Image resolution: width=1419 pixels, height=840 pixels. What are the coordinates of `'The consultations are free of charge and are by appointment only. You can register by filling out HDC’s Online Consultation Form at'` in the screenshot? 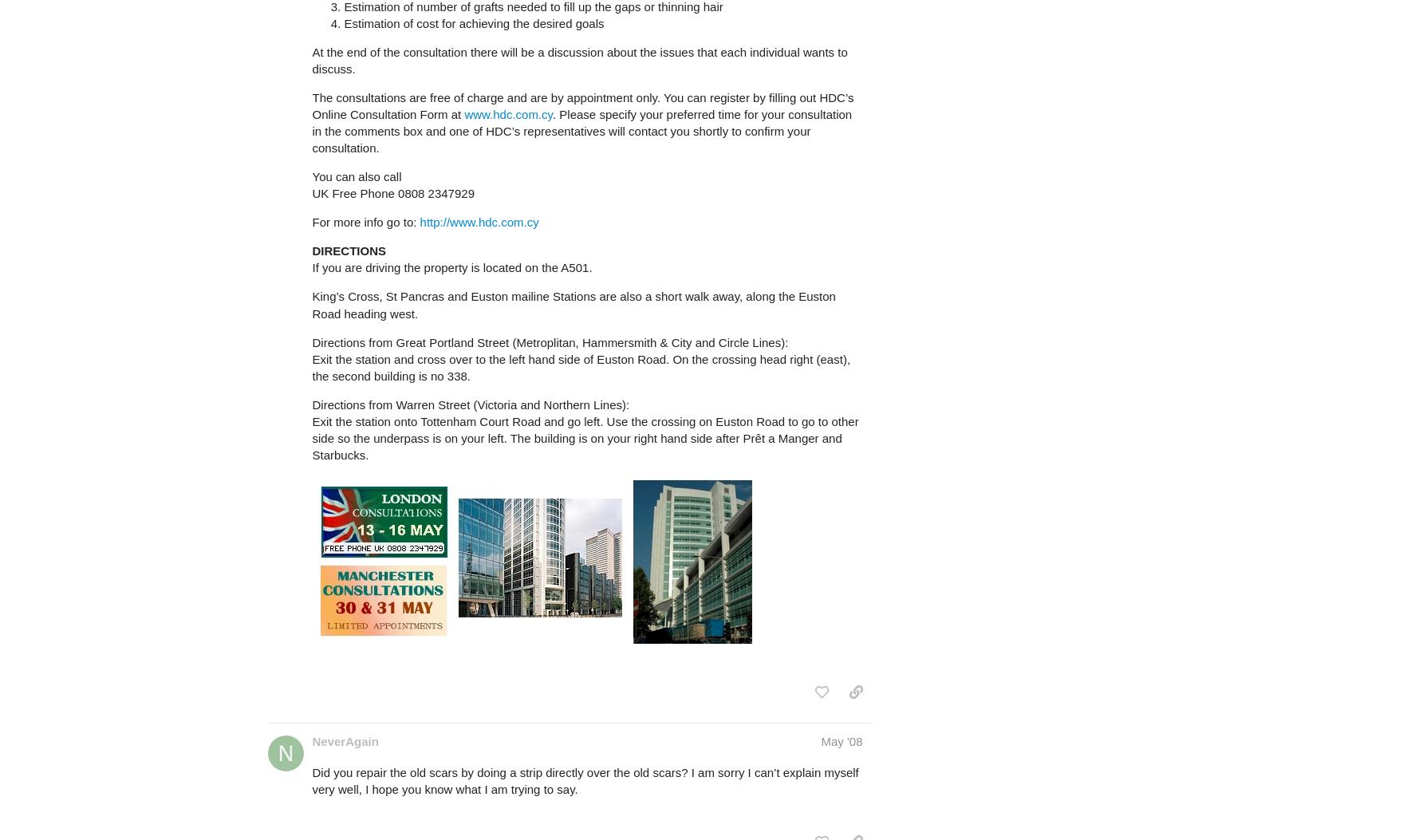 It's located at (582, 105).